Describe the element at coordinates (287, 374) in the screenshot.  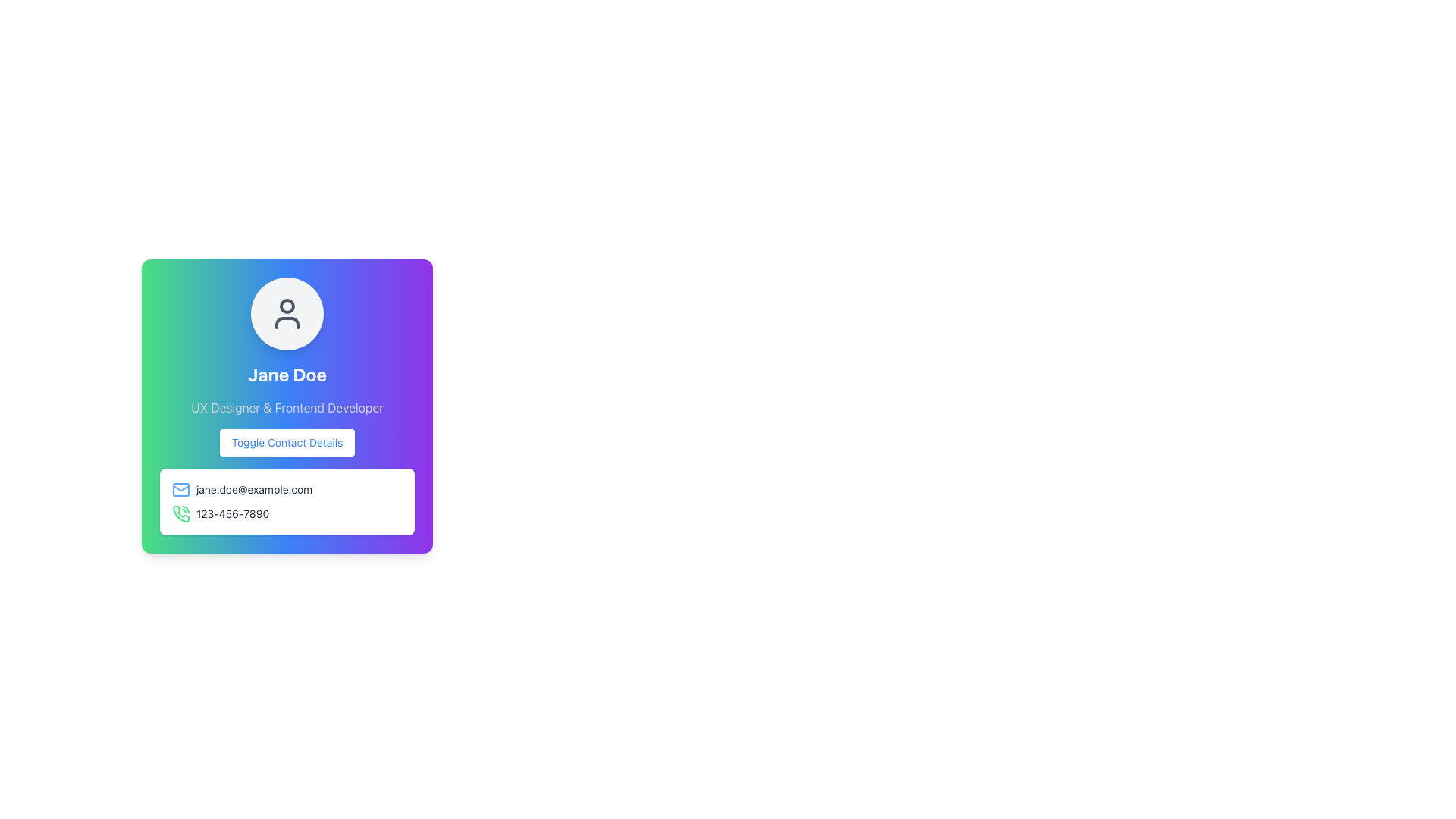
I see `the text label displaying 'Jane Doe' for accessibility tools` at that location.